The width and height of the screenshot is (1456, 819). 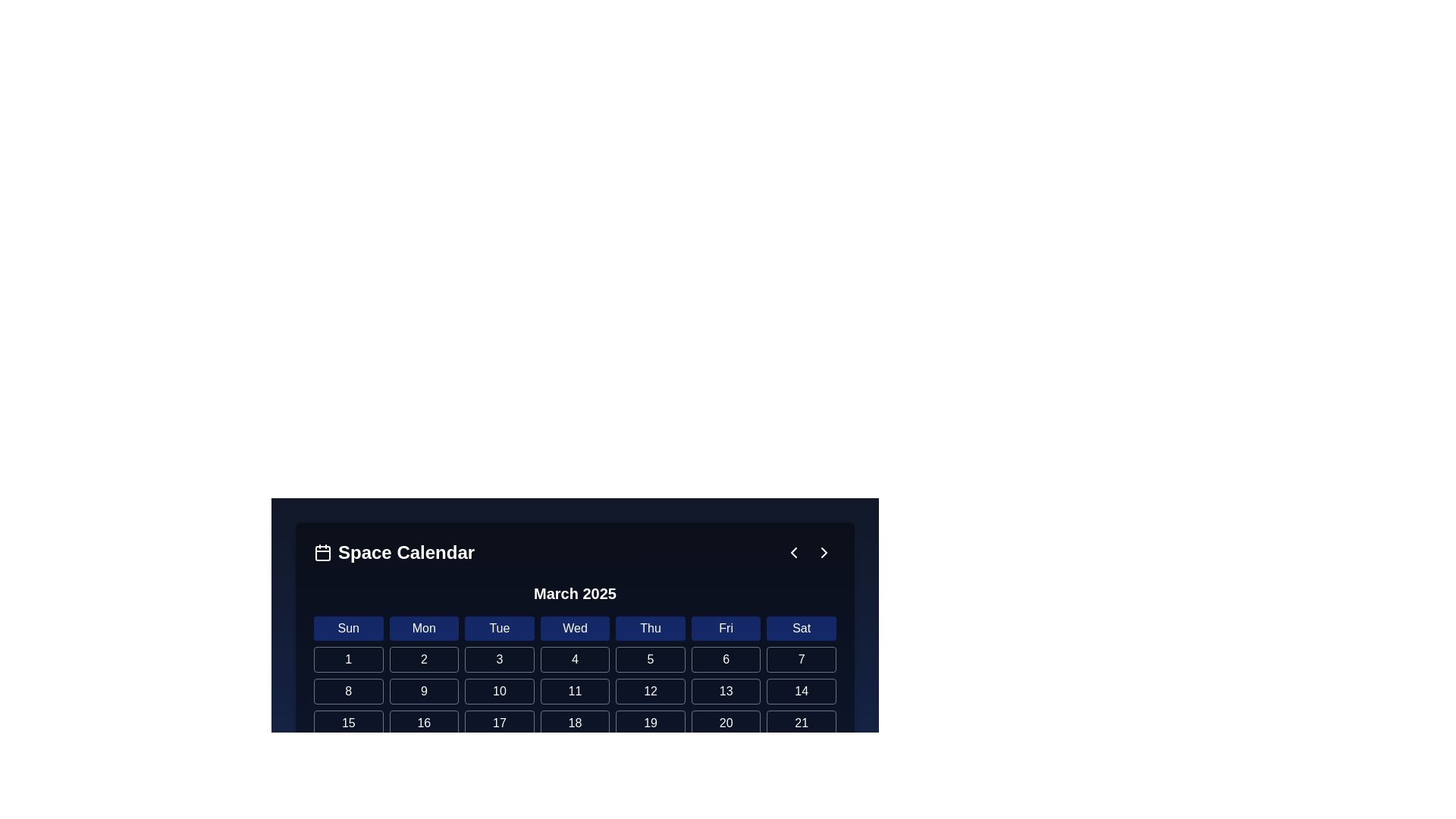 I want to click on the navigation button for the previous month in the calendar interface to change its background color, so click(x=792, y=553).